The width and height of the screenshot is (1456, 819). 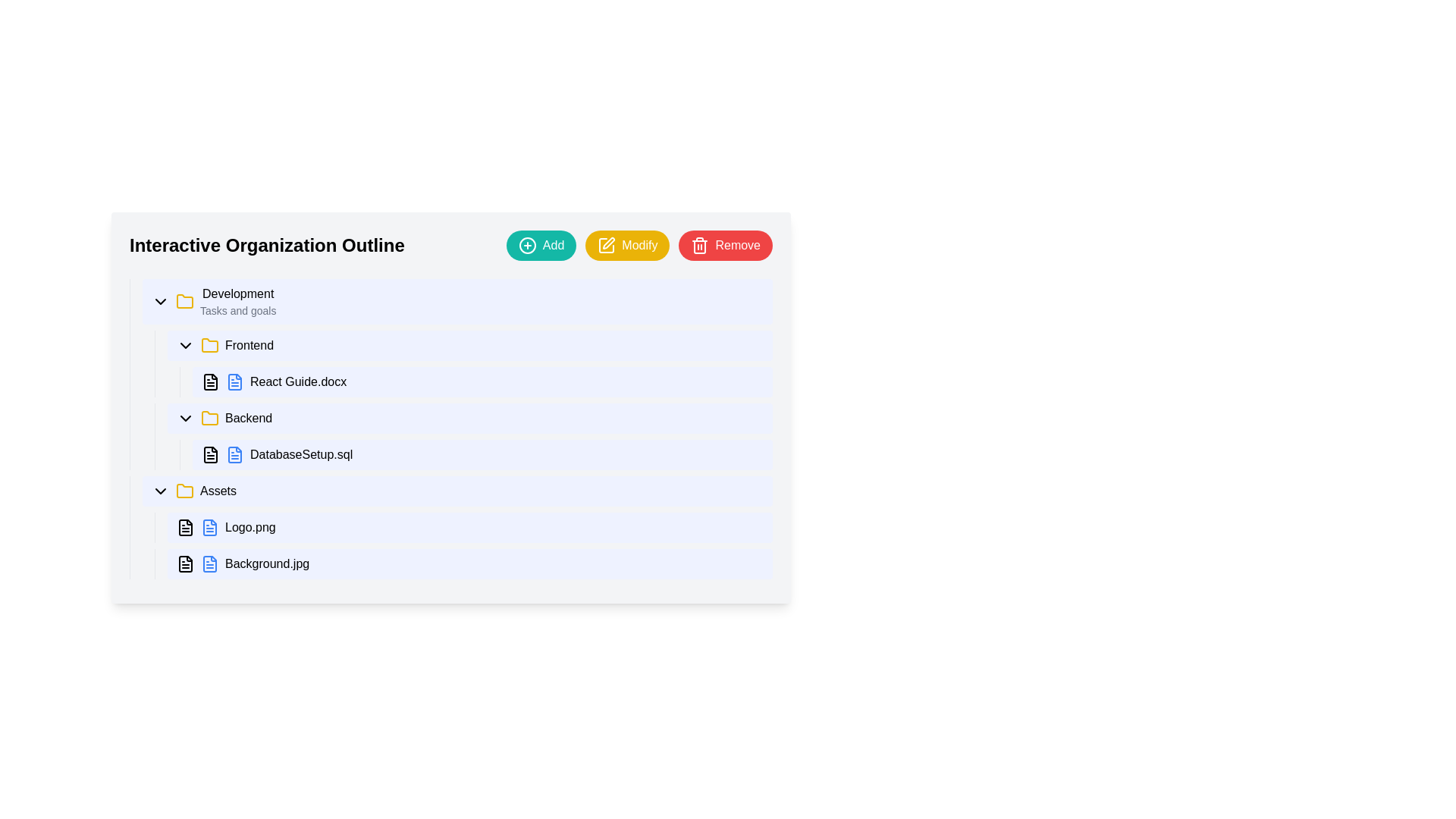 I want to click on the 'Assets' text label, which is part of a folder representation located in the third-level indentation under the 'Development' section, adjacent to a yellow folder icon, so click(x=218, y=491).